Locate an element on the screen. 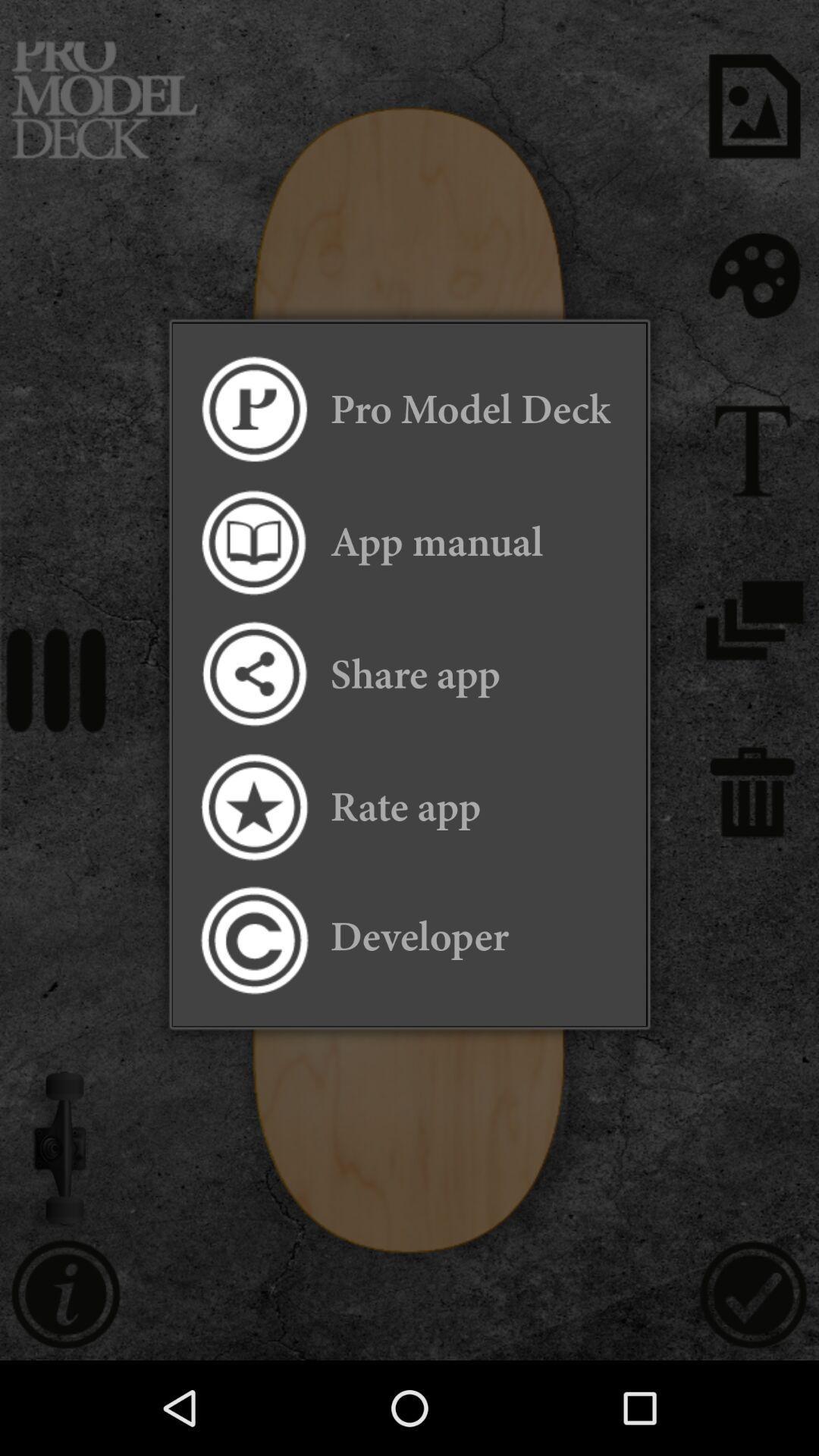 The height and width of the screenshot is (1456, 819). the icon next to the pro model deck icon is located at coordinates (253, 409).